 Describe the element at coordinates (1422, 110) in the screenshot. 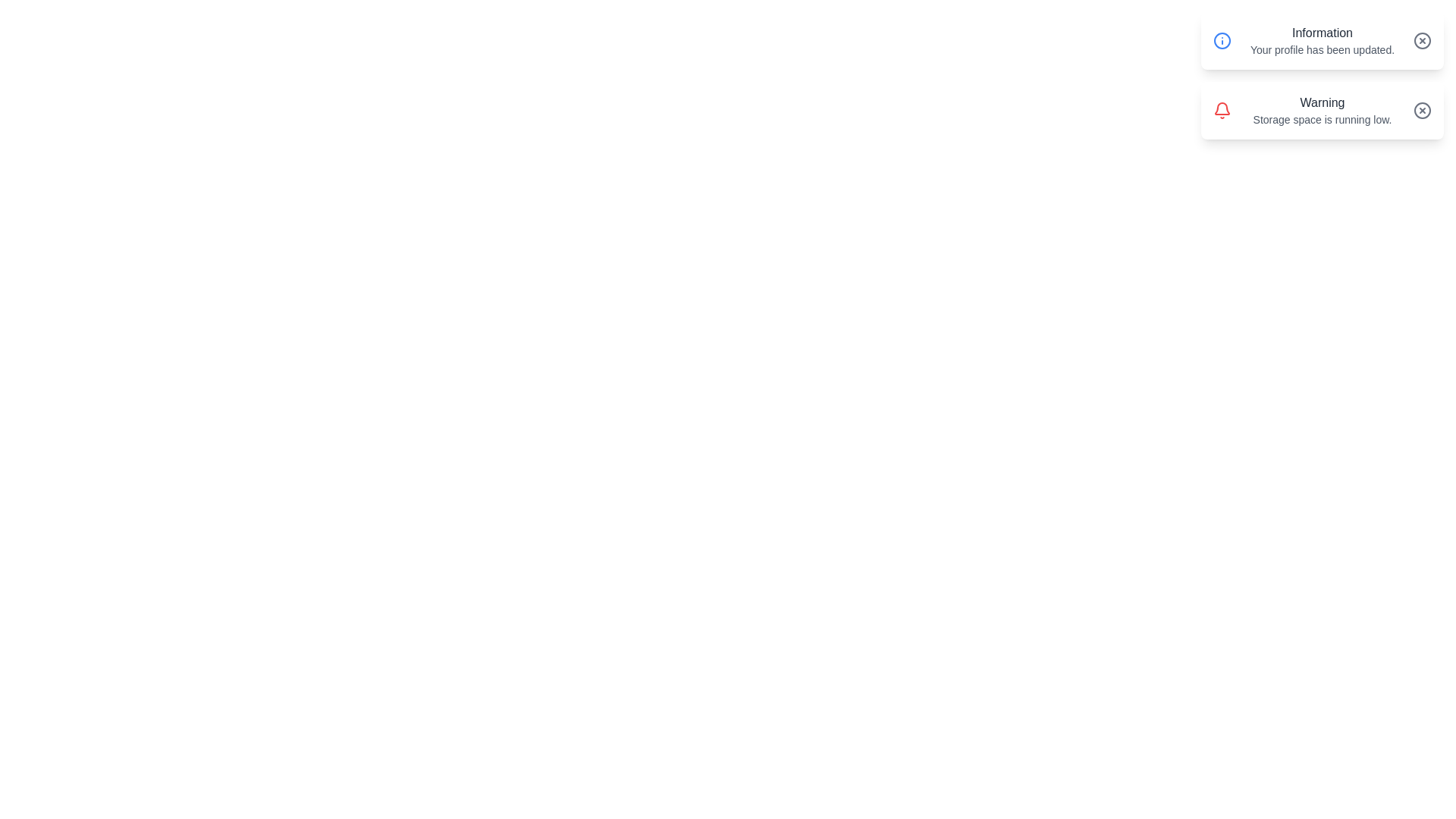

I see `the close button styled as a circle with an 'X' icon located at the top-right corner inside the warning notification box` at that location.